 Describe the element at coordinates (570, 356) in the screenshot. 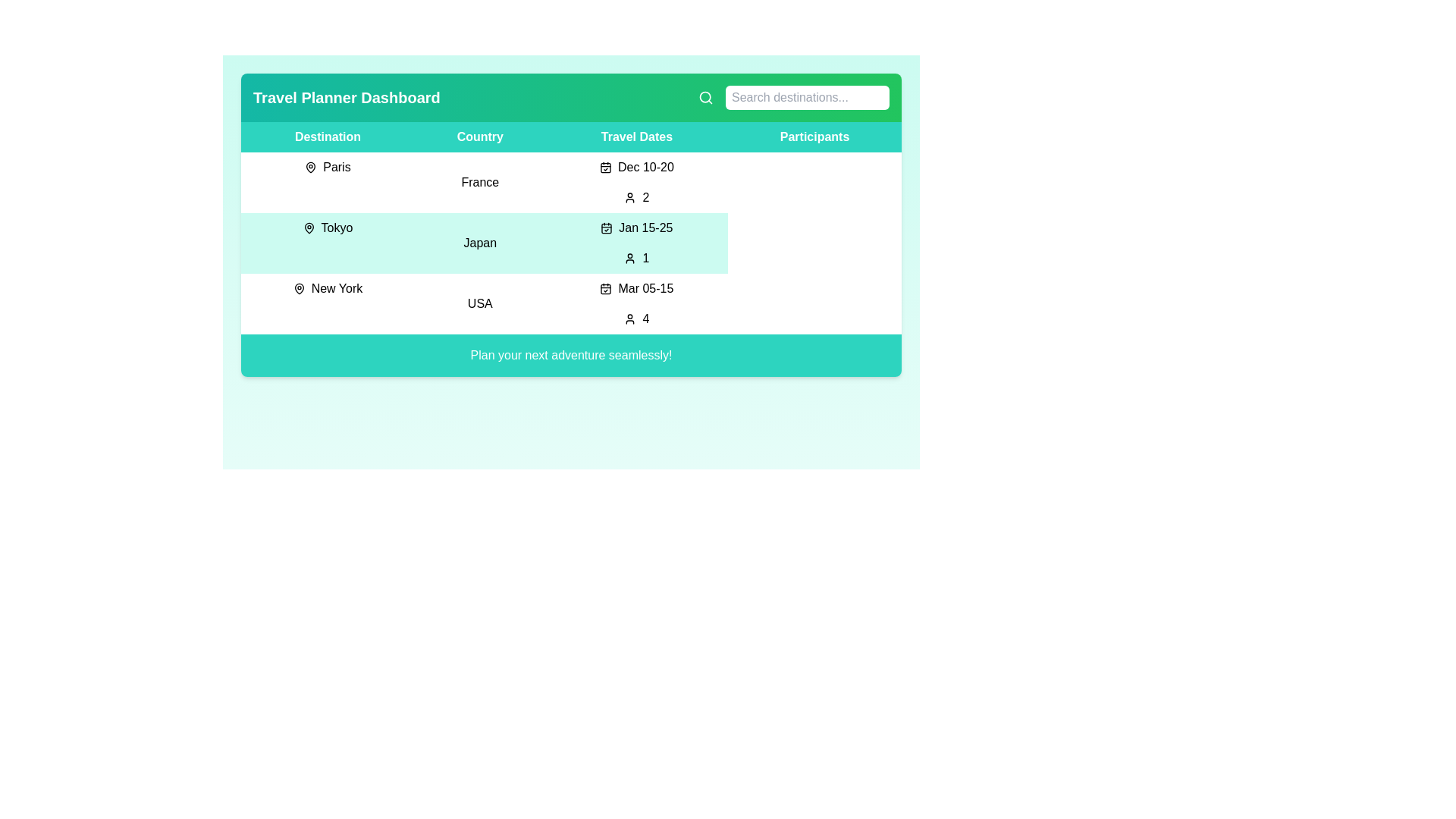

I see `the motivational text element located at the lower section of the card with a teal background, positioned below the data table` at that location.